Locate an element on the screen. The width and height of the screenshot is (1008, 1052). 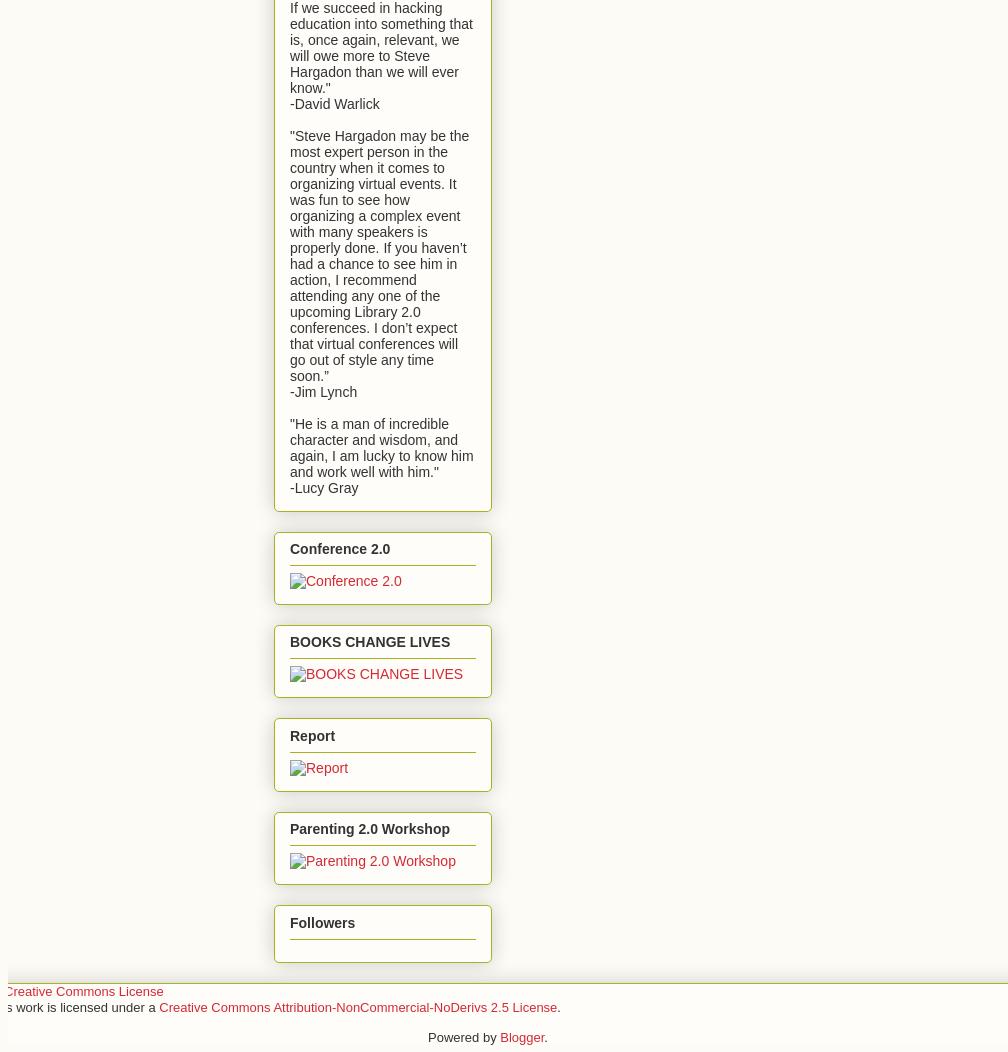
'-David Warlick' is located at coordinates (334, 102).